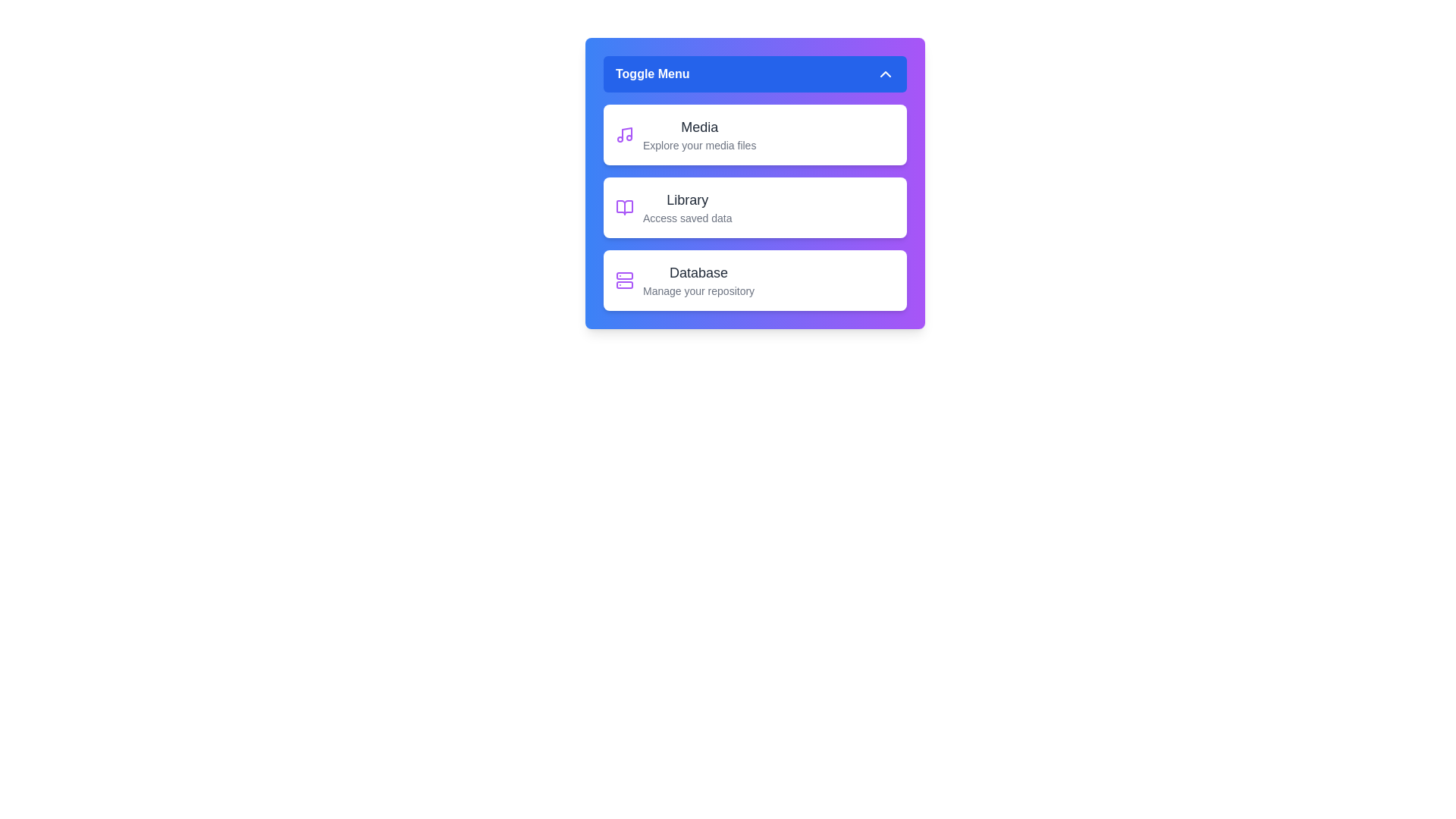 This screenshot has width=1456, height=819. Describe the element at coordinates (625, 281) in the screenshot. I see `the Database icon to interact with it` at that location.